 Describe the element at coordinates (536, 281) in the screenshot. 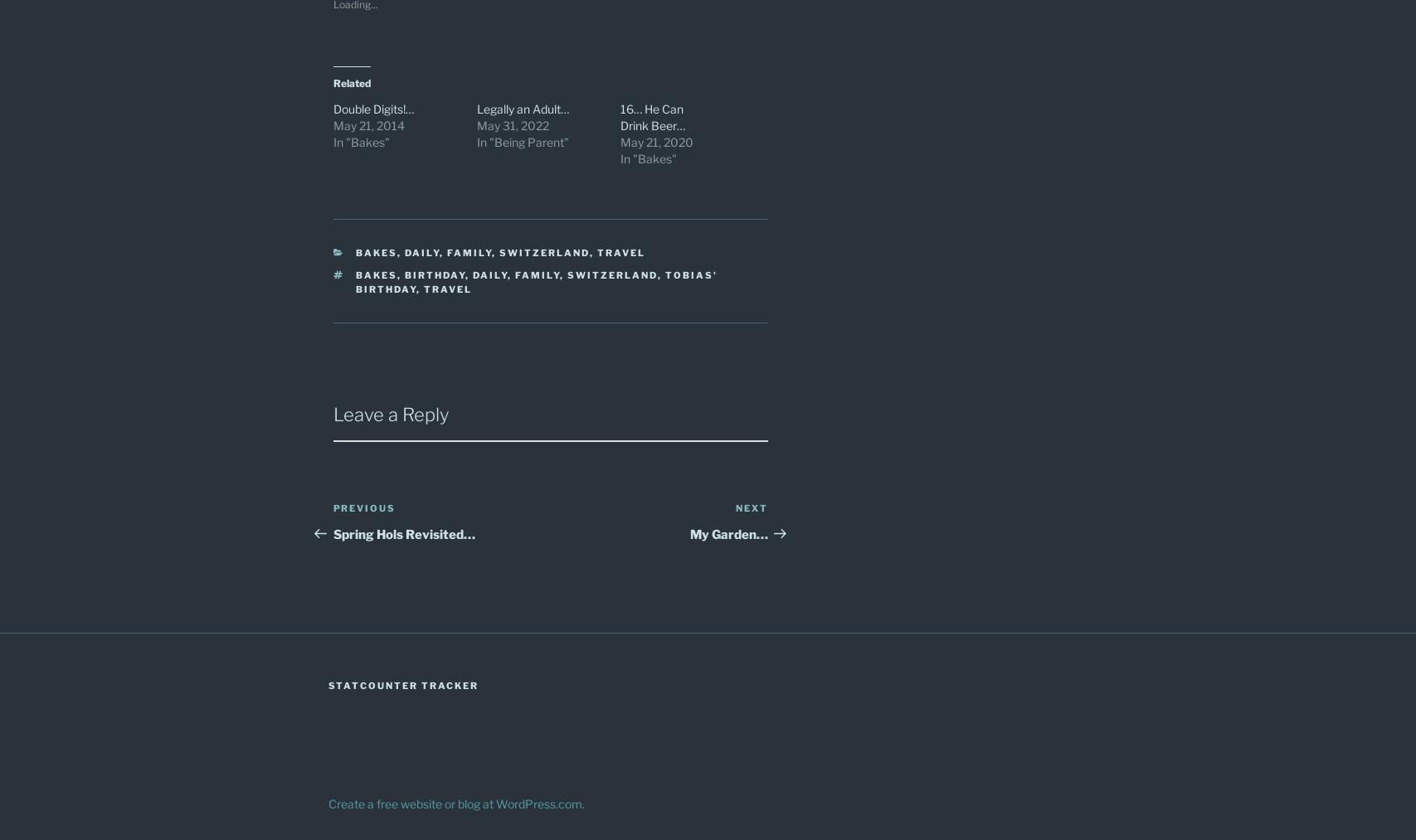

I see `'Tobias' Birthday'` at that location.